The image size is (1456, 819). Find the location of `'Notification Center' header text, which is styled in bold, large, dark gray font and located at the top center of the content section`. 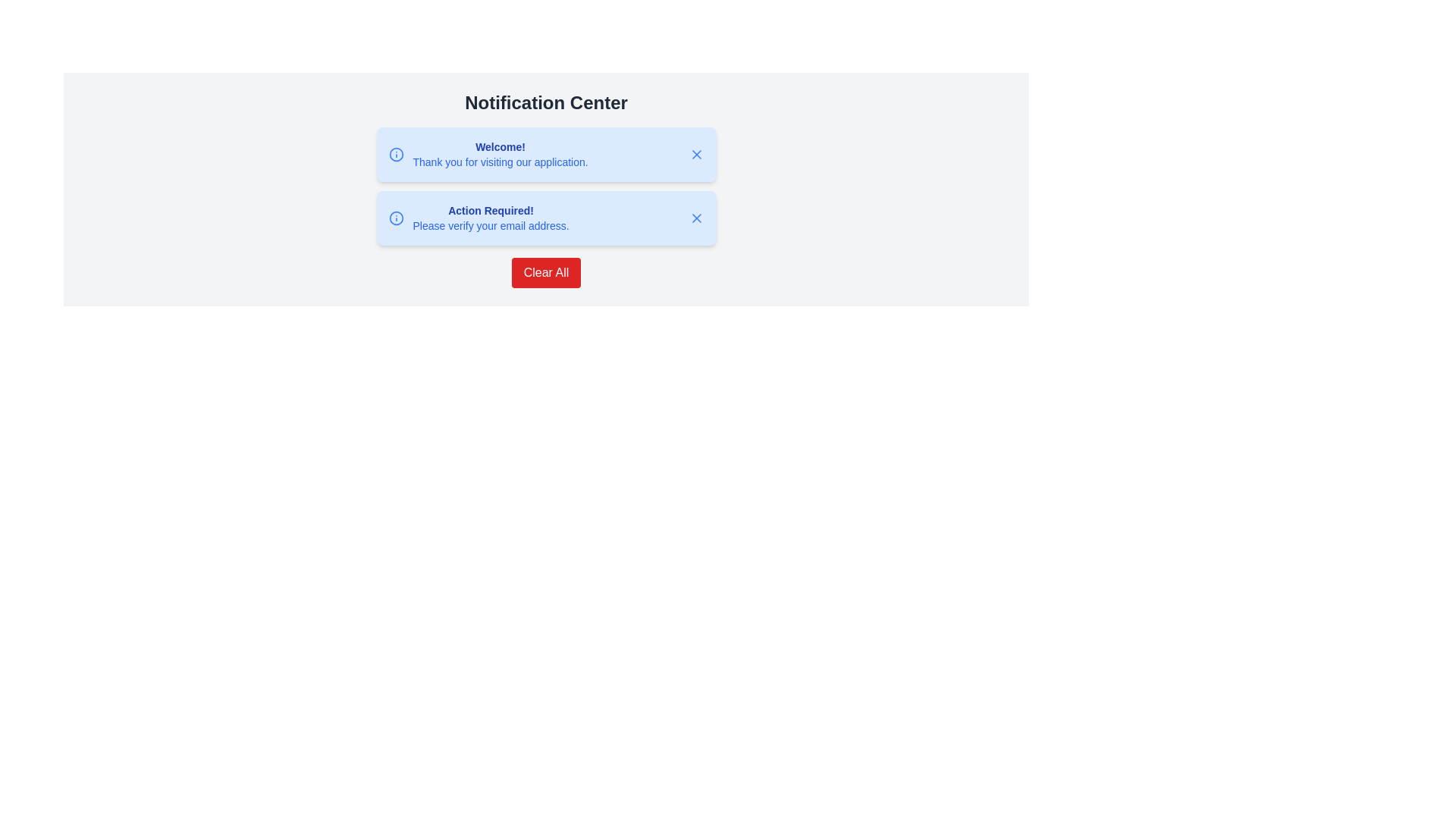

'Notification Center' header text, which is styled in bold, large, dark gray font and located at the top center of the content section is located at coordinates (546, 102).